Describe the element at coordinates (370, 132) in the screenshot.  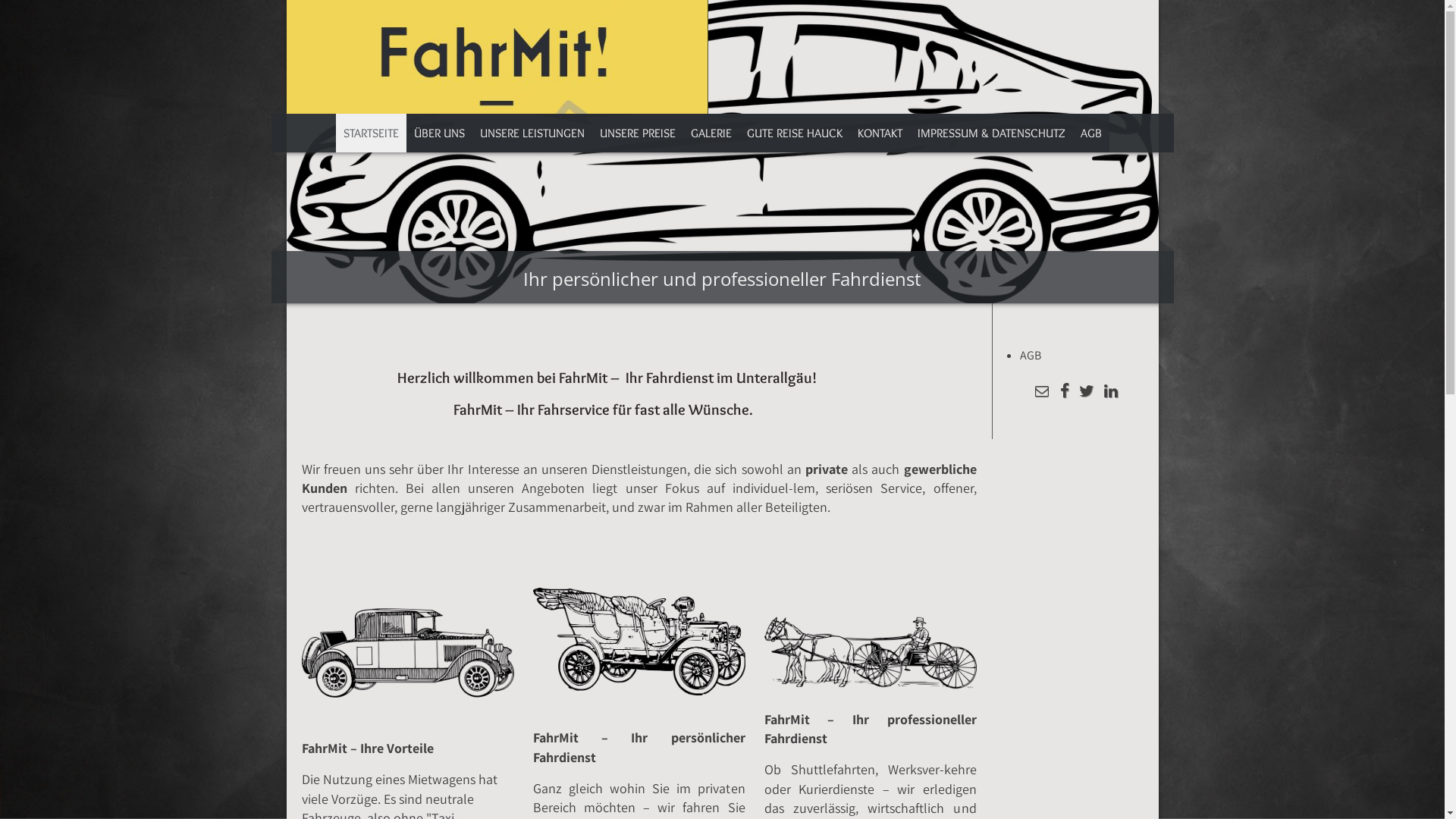
I see `'STARTSEITE'` at that location.